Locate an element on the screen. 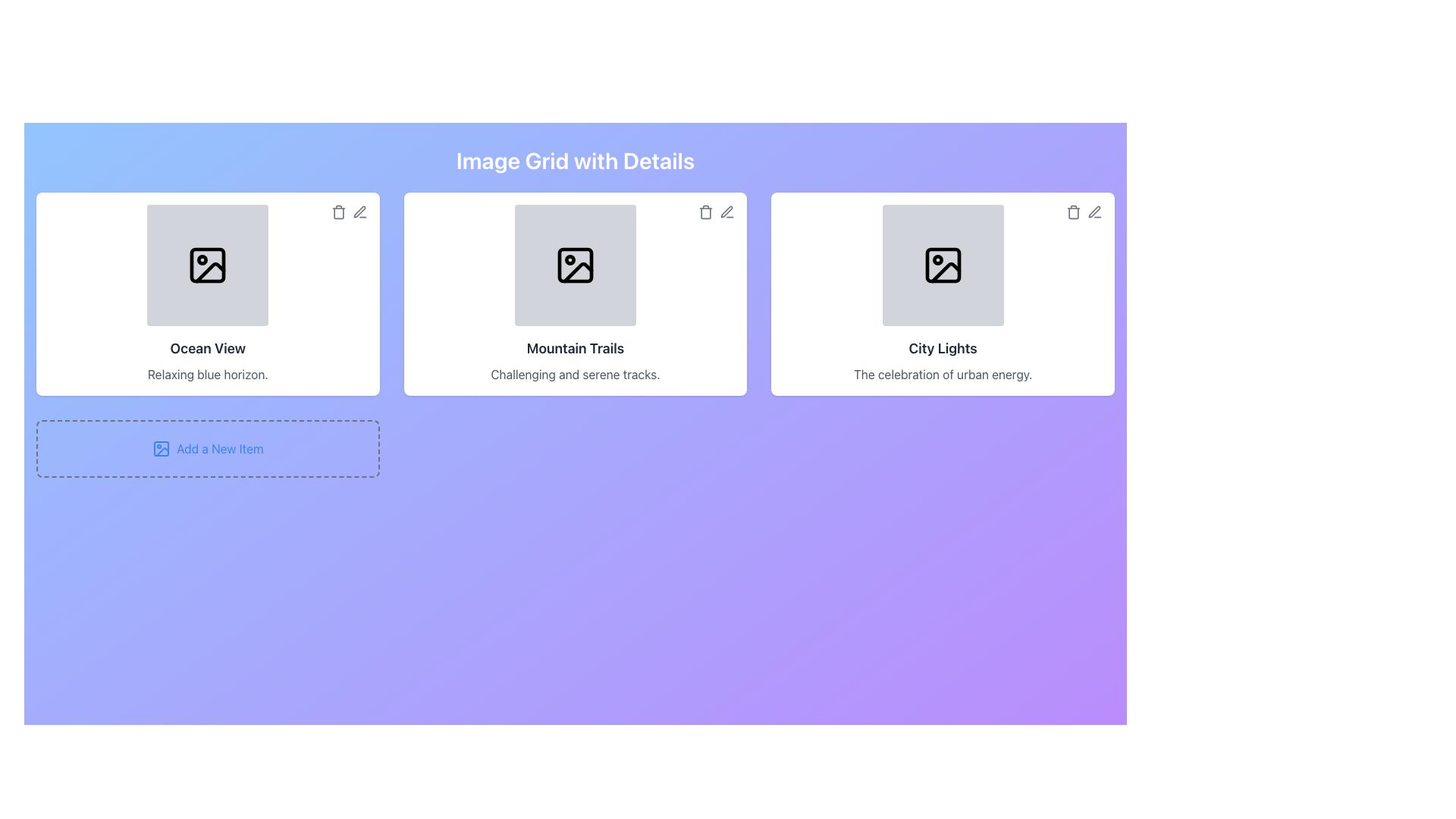 This screenshot has height=819, width=1456. the 'Mountain Trails' text label in the middle card of the grid layout is located at coordinates (574, 348).